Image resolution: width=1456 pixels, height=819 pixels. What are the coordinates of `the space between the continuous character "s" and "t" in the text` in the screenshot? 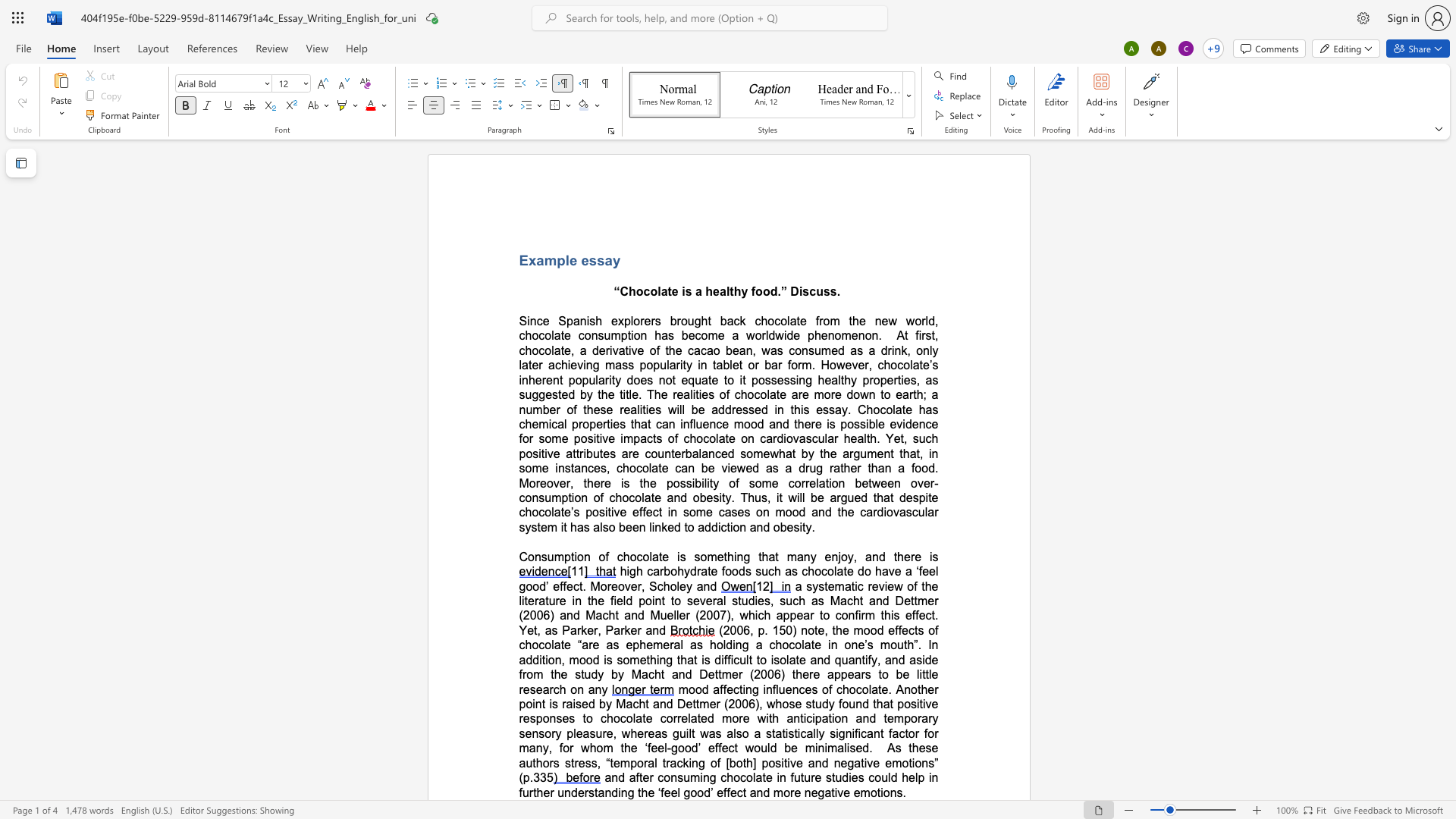 It's located at (930, 334).